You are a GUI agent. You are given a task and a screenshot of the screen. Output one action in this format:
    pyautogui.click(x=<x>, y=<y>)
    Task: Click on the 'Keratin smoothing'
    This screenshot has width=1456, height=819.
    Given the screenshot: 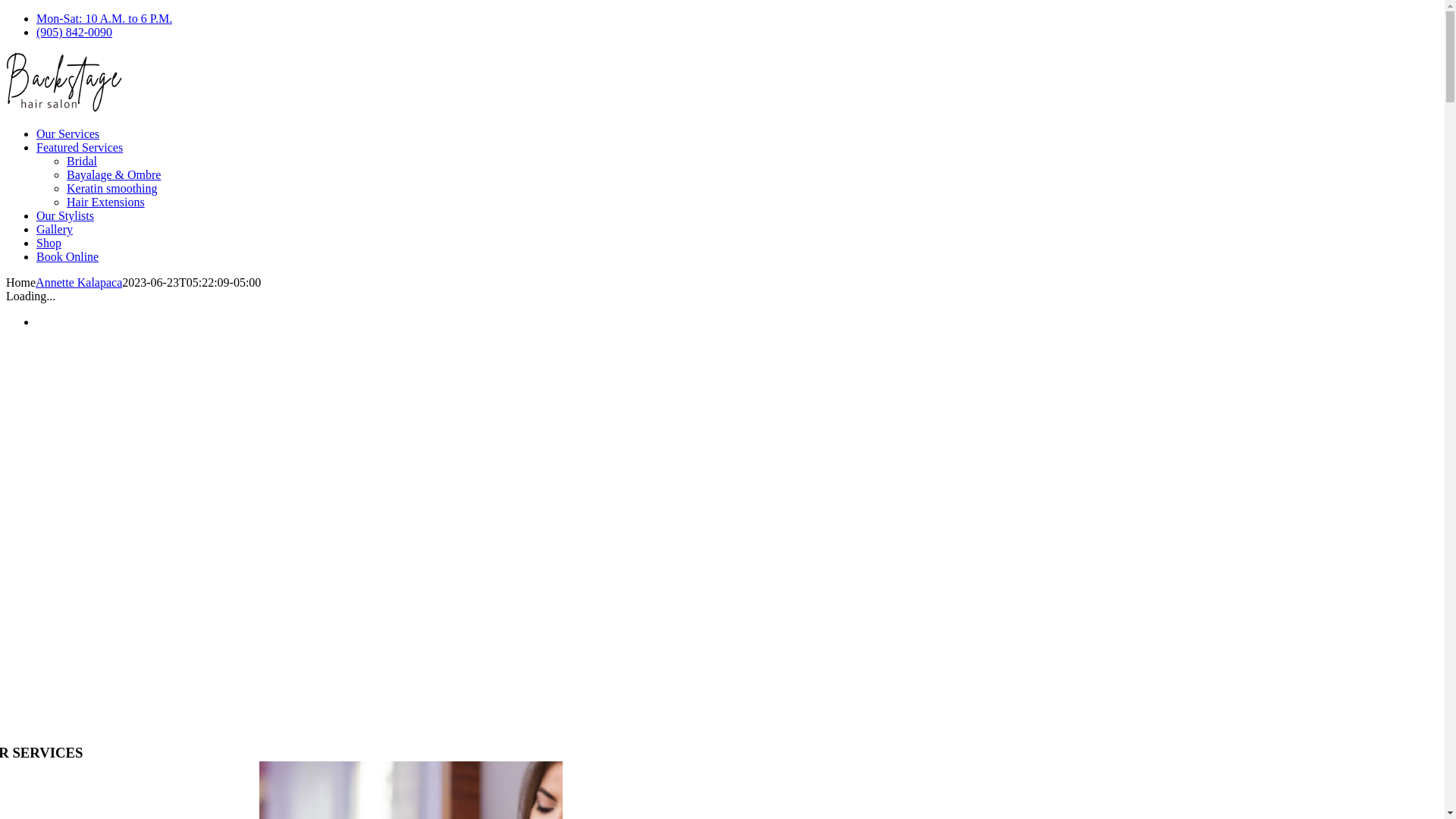 What is the action you would take?
    pyautogui.click(x=65, y=187)
    